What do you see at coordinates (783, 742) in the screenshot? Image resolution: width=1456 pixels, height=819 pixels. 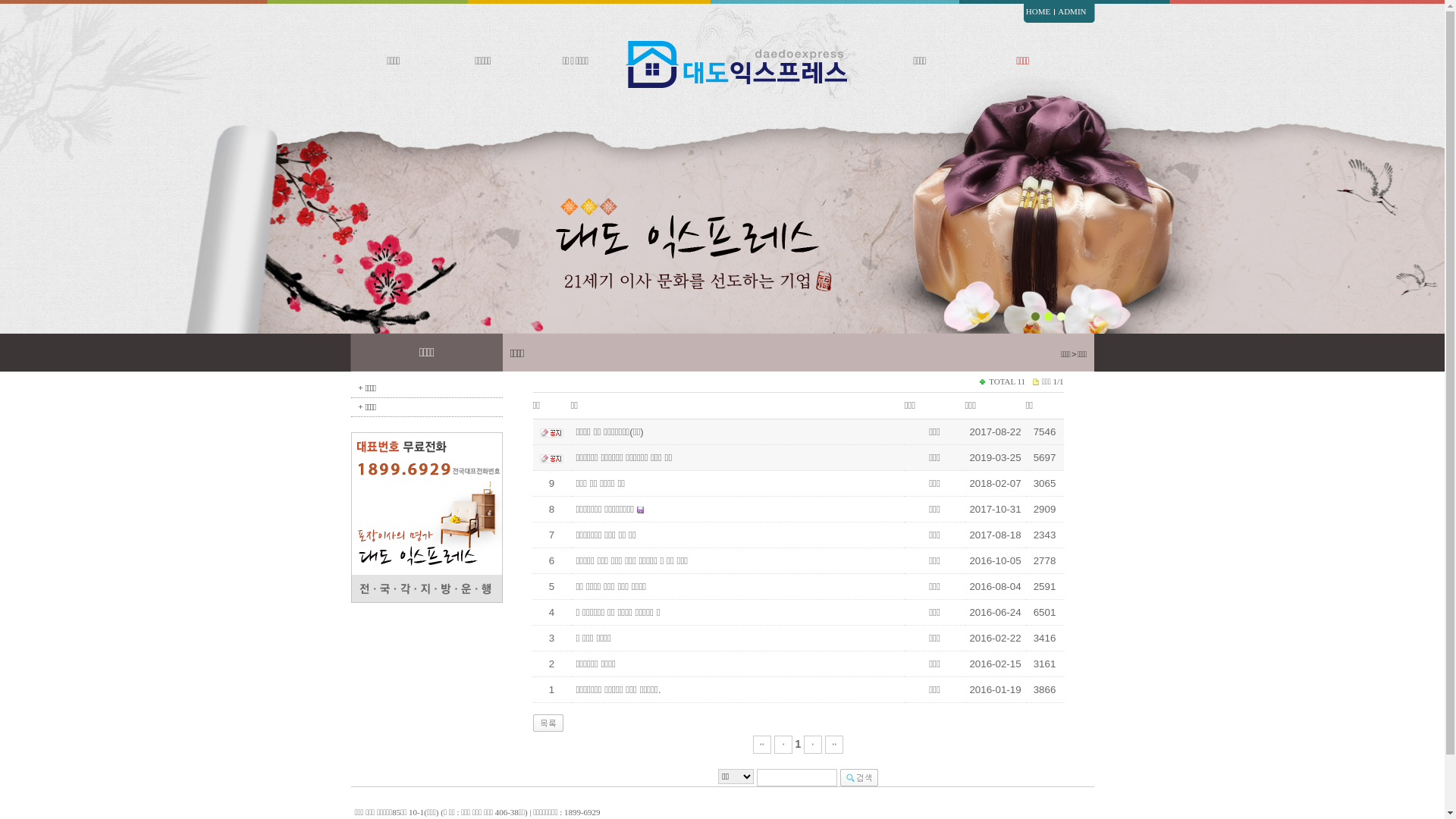 I see `'Go to the previous page'` at bounding box center [783, 742].